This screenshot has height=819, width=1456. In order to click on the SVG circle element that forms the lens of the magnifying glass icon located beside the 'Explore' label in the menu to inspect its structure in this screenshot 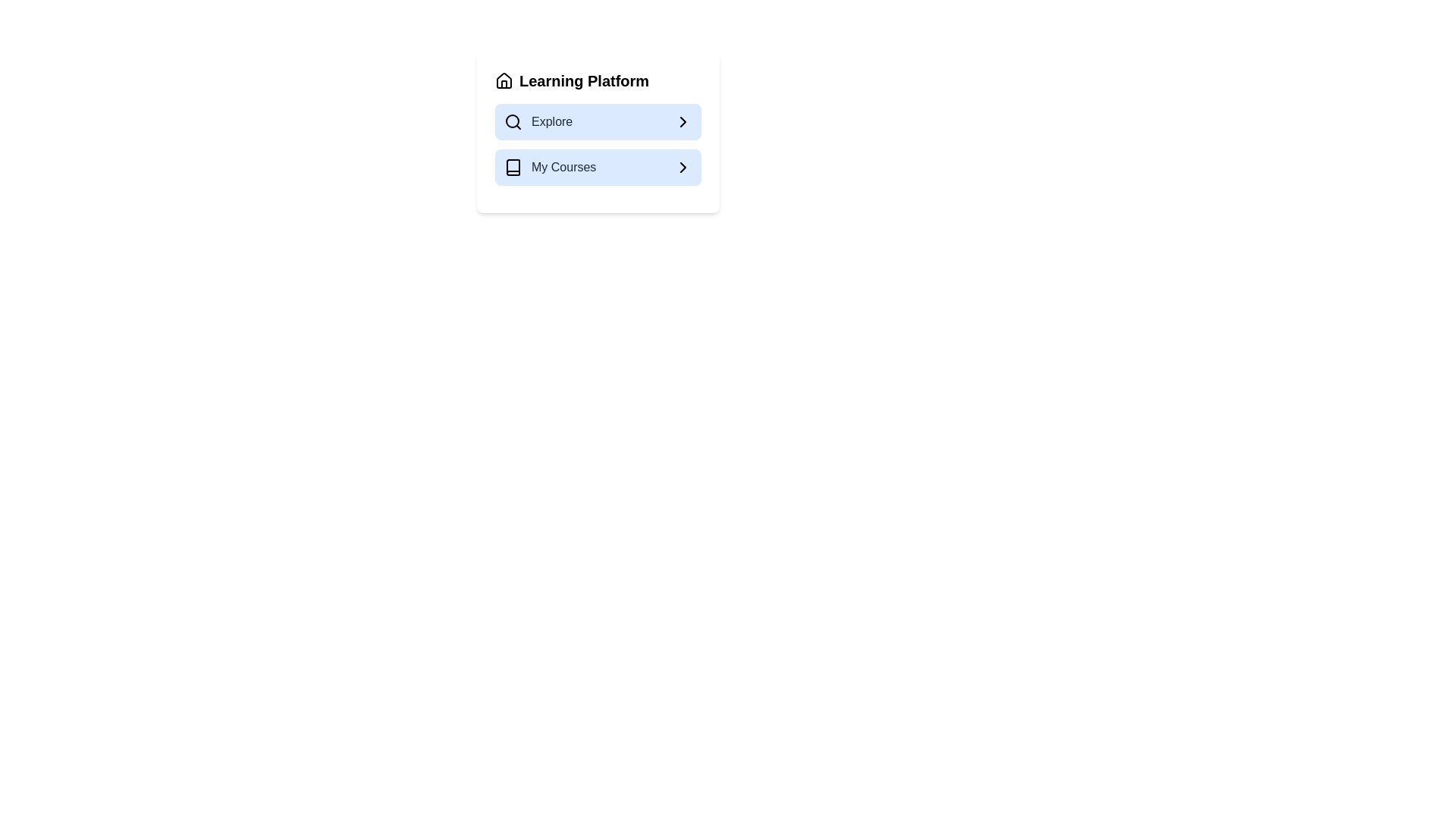, I will do `click(513, 120)`.